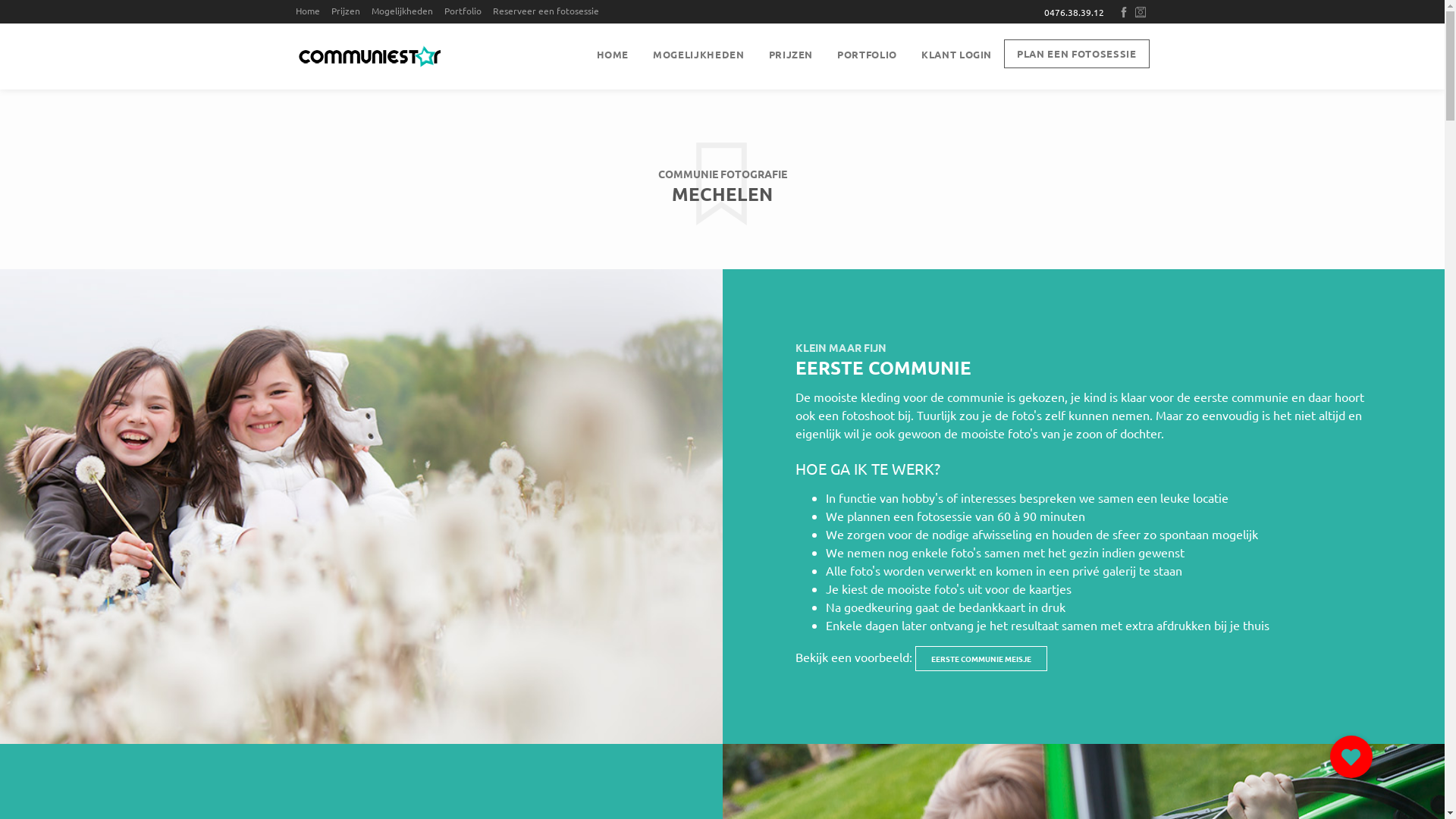 This screenshot has width=1456, height=819. Describe the element at coordinates (867, 54) in the screenshot. I see `'PORTFOLIO'` at that location.